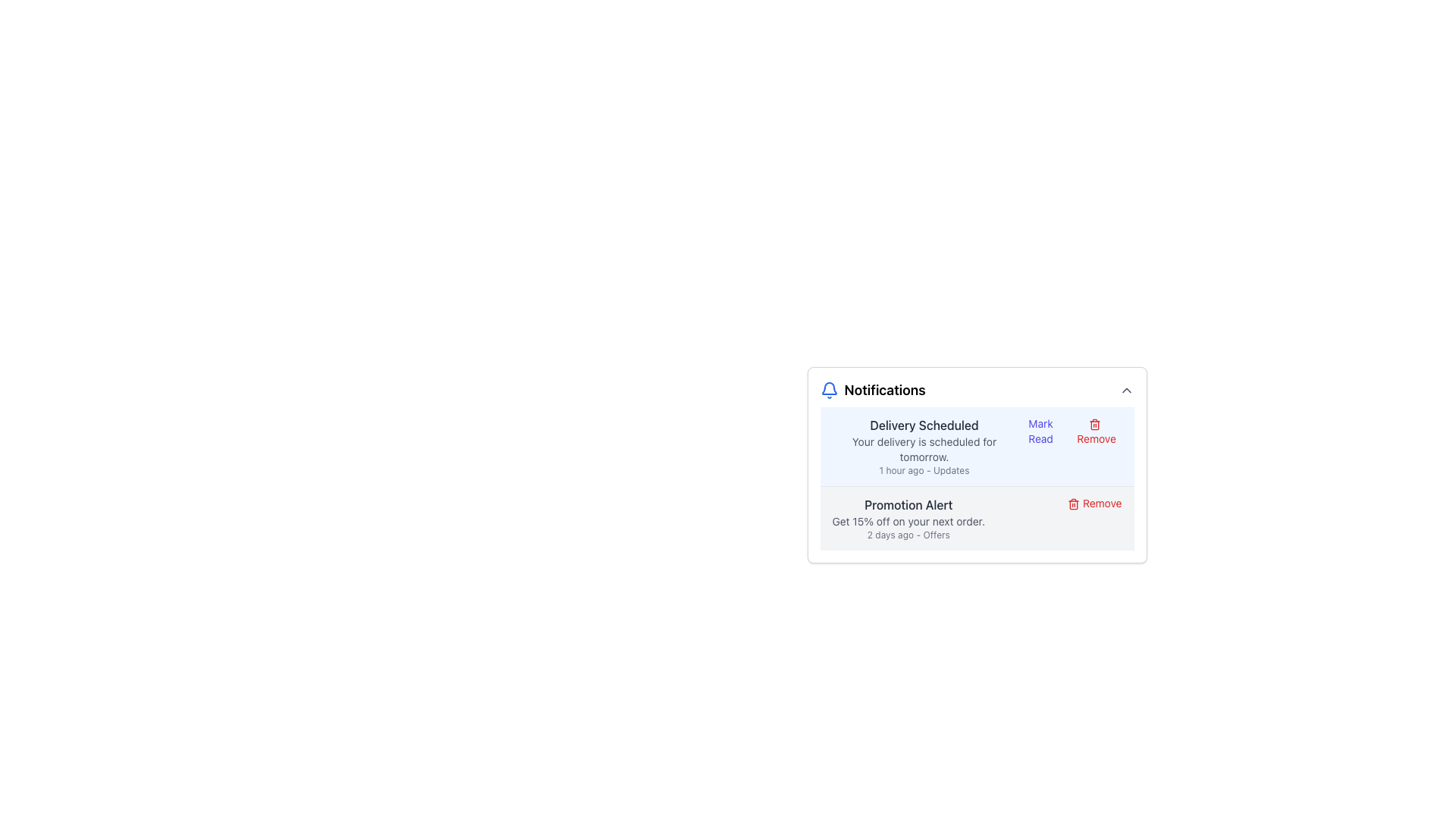 This screenshot has width=1456, height=819. Describe the element at coordinates (908, 517) in the screenshot. I see `text notification block that provides details about a promotion offering a discount, positioned below the 'Delivery Scheduled' notification` at that location.